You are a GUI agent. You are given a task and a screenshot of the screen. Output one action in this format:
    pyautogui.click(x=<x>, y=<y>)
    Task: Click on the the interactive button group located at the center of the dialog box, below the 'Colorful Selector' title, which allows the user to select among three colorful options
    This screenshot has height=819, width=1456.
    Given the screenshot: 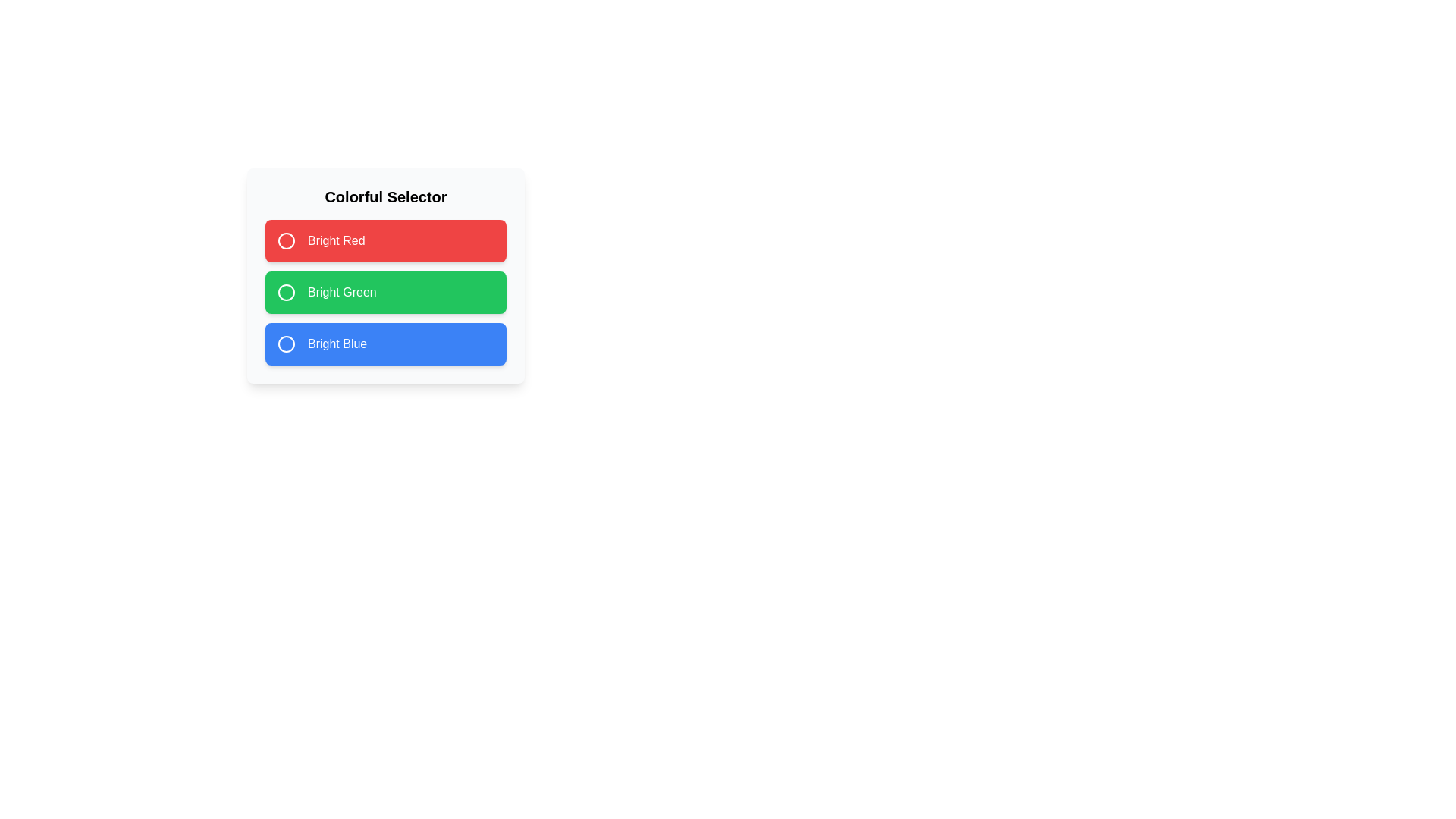 What is the action you would take?
    pyautogui.click(x=385, y=292)
    